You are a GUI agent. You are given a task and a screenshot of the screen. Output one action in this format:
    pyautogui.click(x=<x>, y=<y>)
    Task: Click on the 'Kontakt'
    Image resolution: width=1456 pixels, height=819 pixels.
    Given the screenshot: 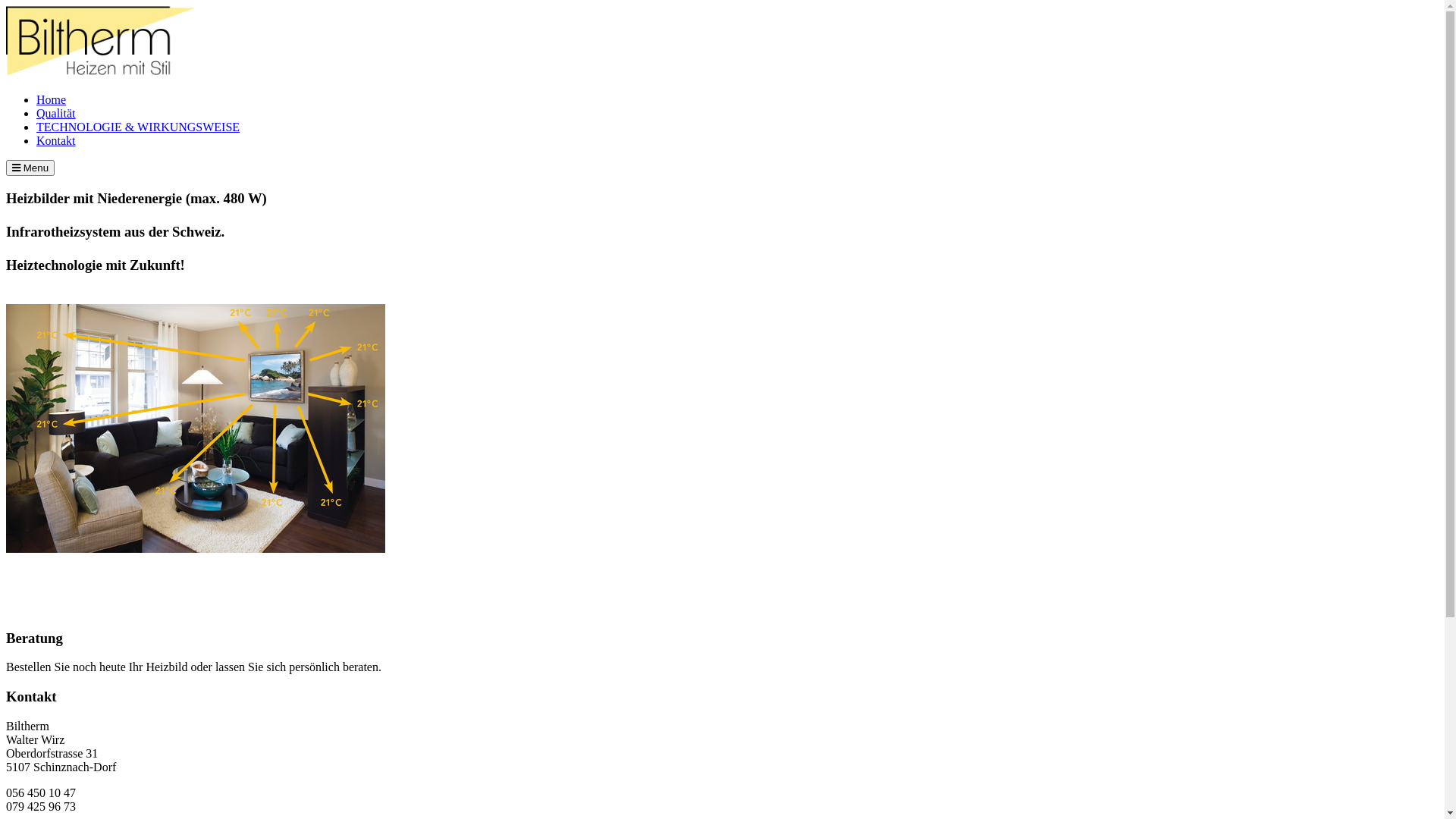 What is the action you would take?
    pyautogui.click(x=55, y=140)
    